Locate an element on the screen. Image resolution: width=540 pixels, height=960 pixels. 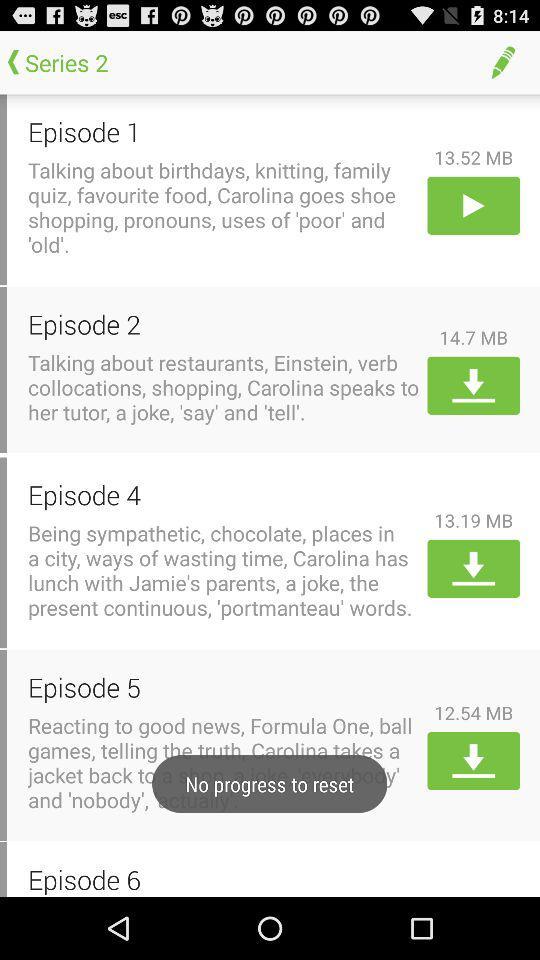
episode 6 item is located at coordinates (223, 878).